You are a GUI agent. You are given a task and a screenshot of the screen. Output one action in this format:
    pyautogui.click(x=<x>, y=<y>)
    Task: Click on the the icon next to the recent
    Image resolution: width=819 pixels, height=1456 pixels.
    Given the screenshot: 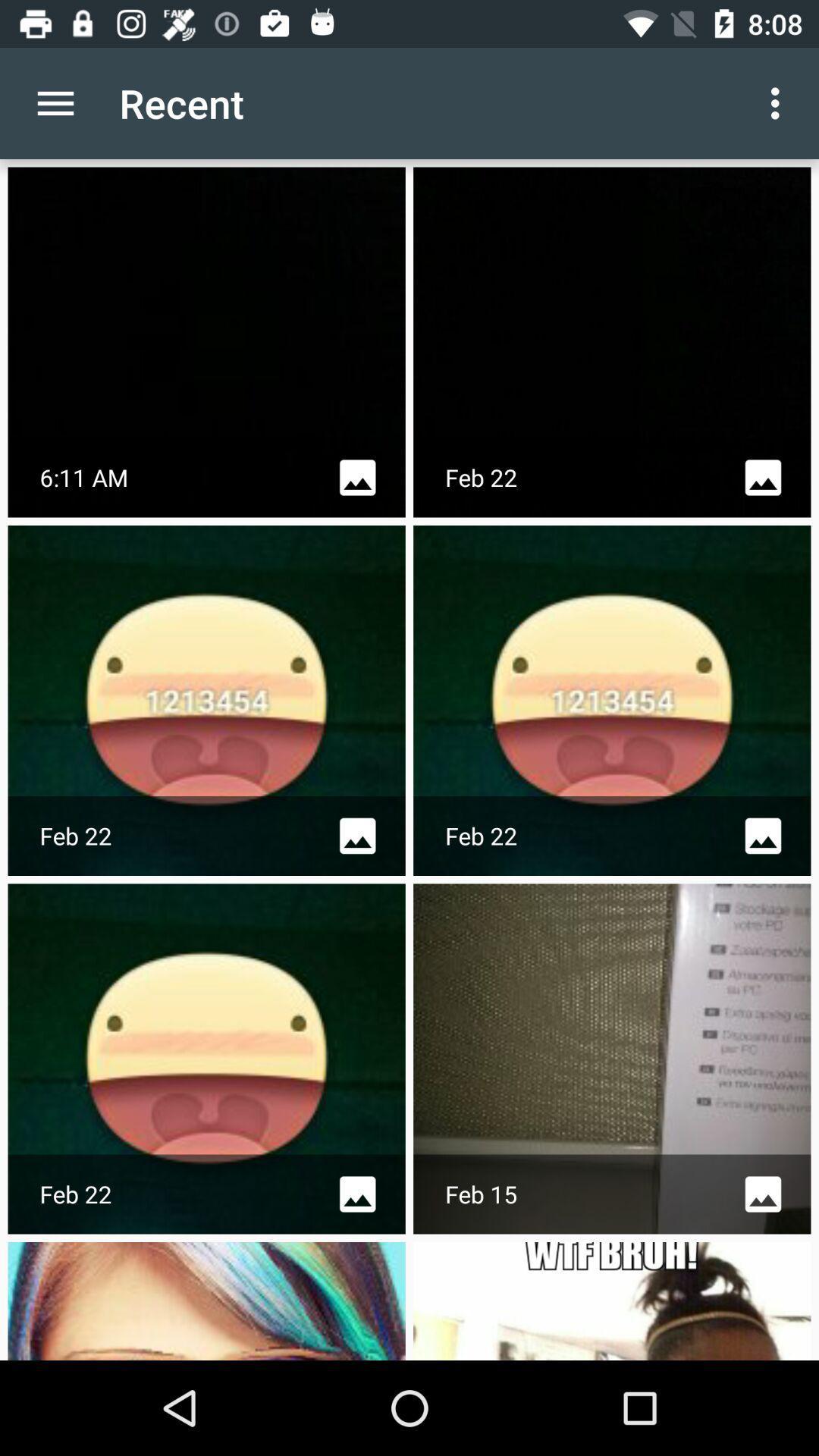 What is the action you would take?
    pyautogui.click(x=779, y=102)
    